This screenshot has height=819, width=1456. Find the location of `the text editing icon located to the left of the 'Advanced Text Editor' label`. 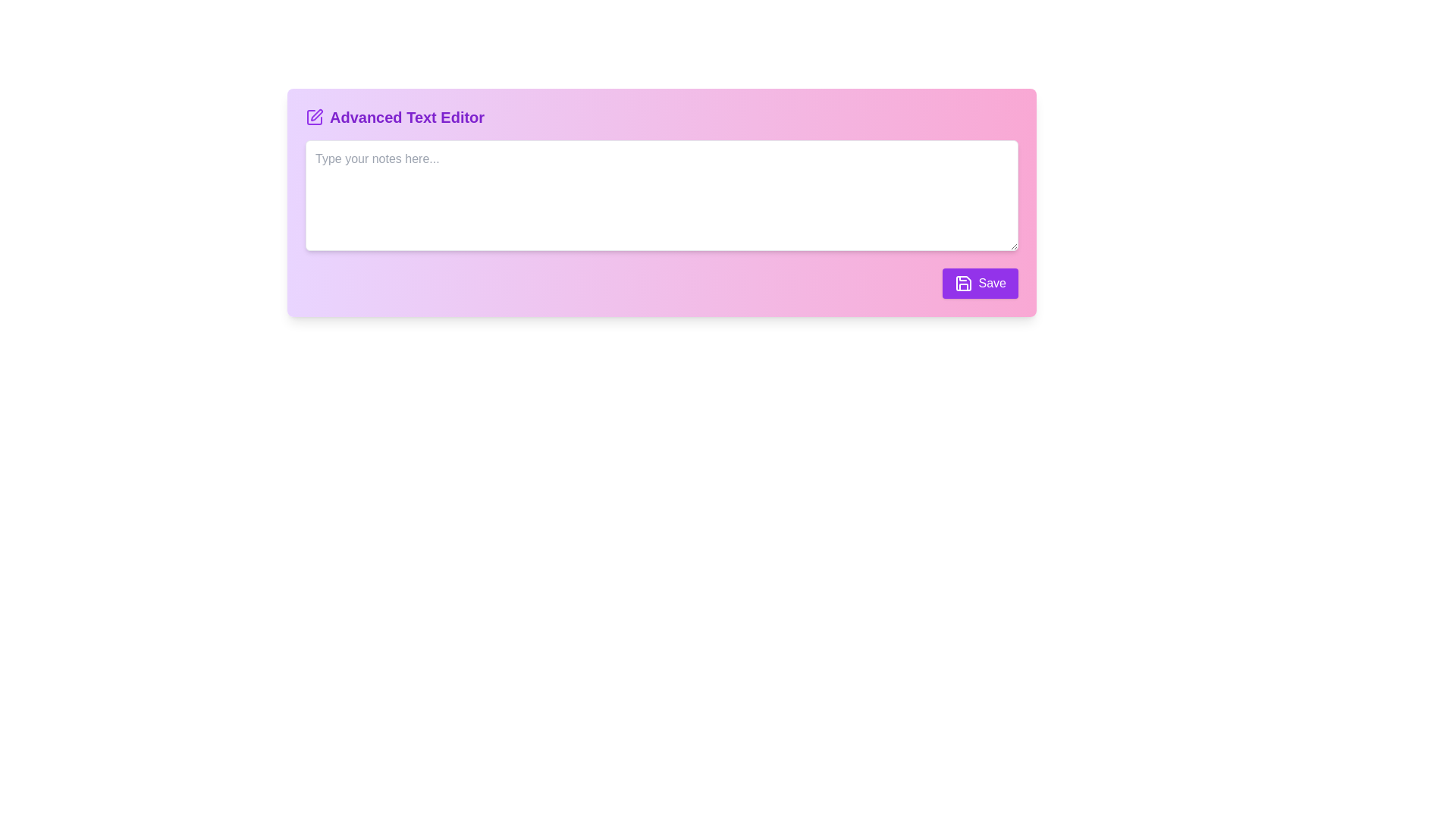

the text editing icon located to the left of the 'Advanced Text Editor' label is located at coordinates (313, 116).